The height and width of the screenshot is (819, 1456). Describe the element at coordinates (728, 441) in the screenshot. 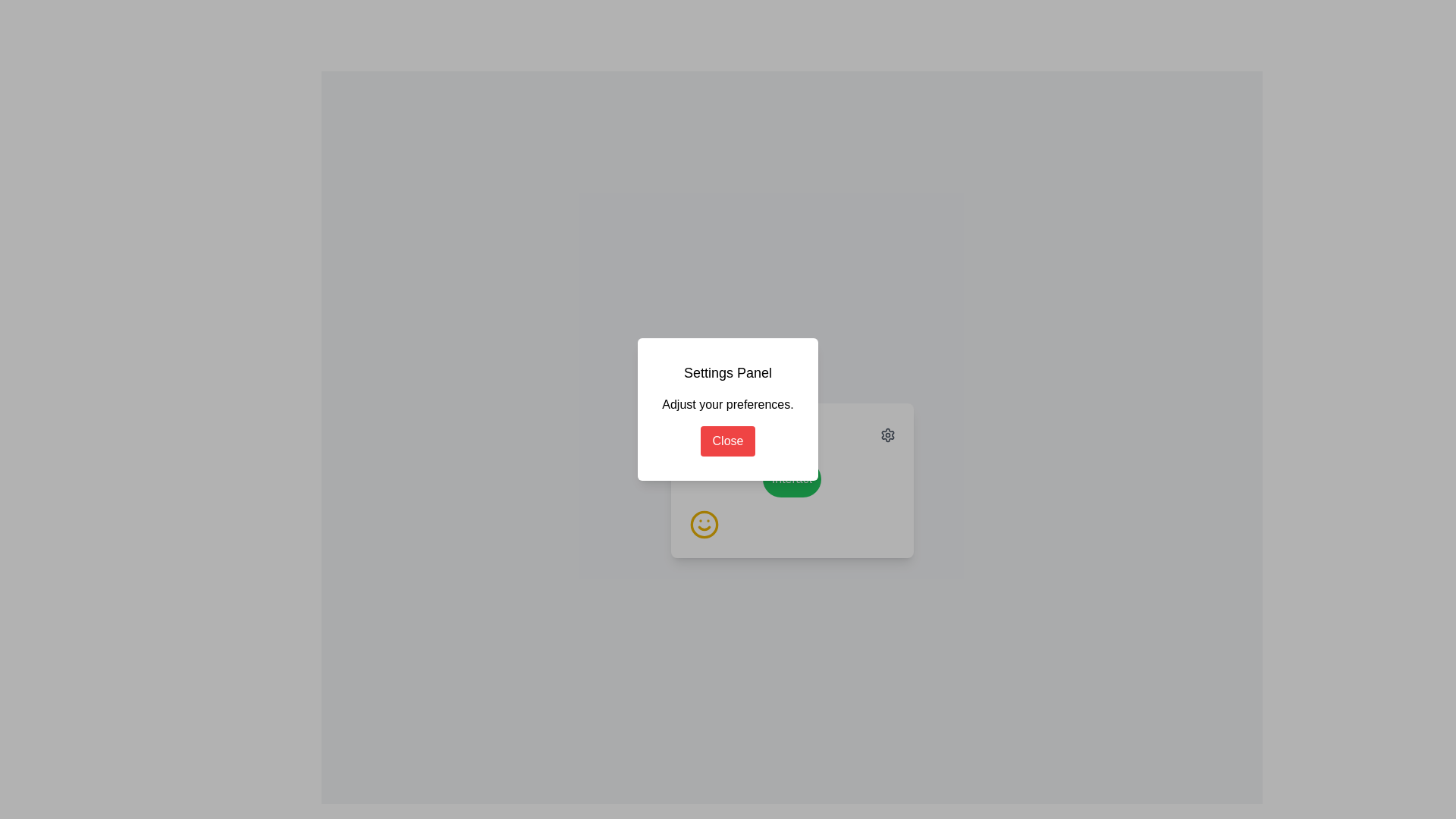

I see `the close button located at the bottom of the 'Settings Panel'` at that location.